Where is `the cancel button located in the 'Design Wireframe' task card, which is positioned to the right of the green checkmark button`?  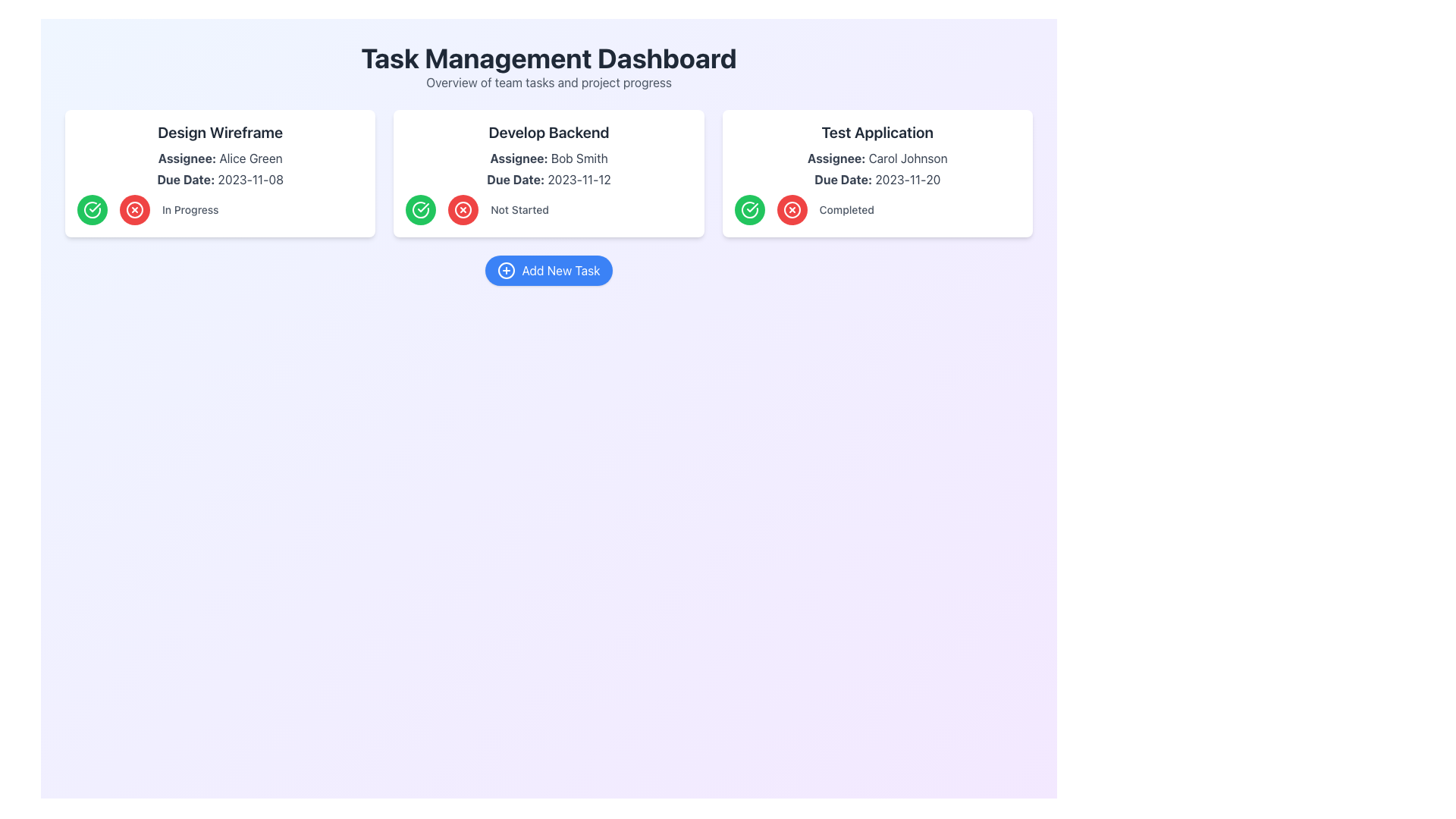 the cancel button located in the 'Design Wireframe' task card, which is positioned to the right of the green checkmark button is located at coordinates (134, 210).